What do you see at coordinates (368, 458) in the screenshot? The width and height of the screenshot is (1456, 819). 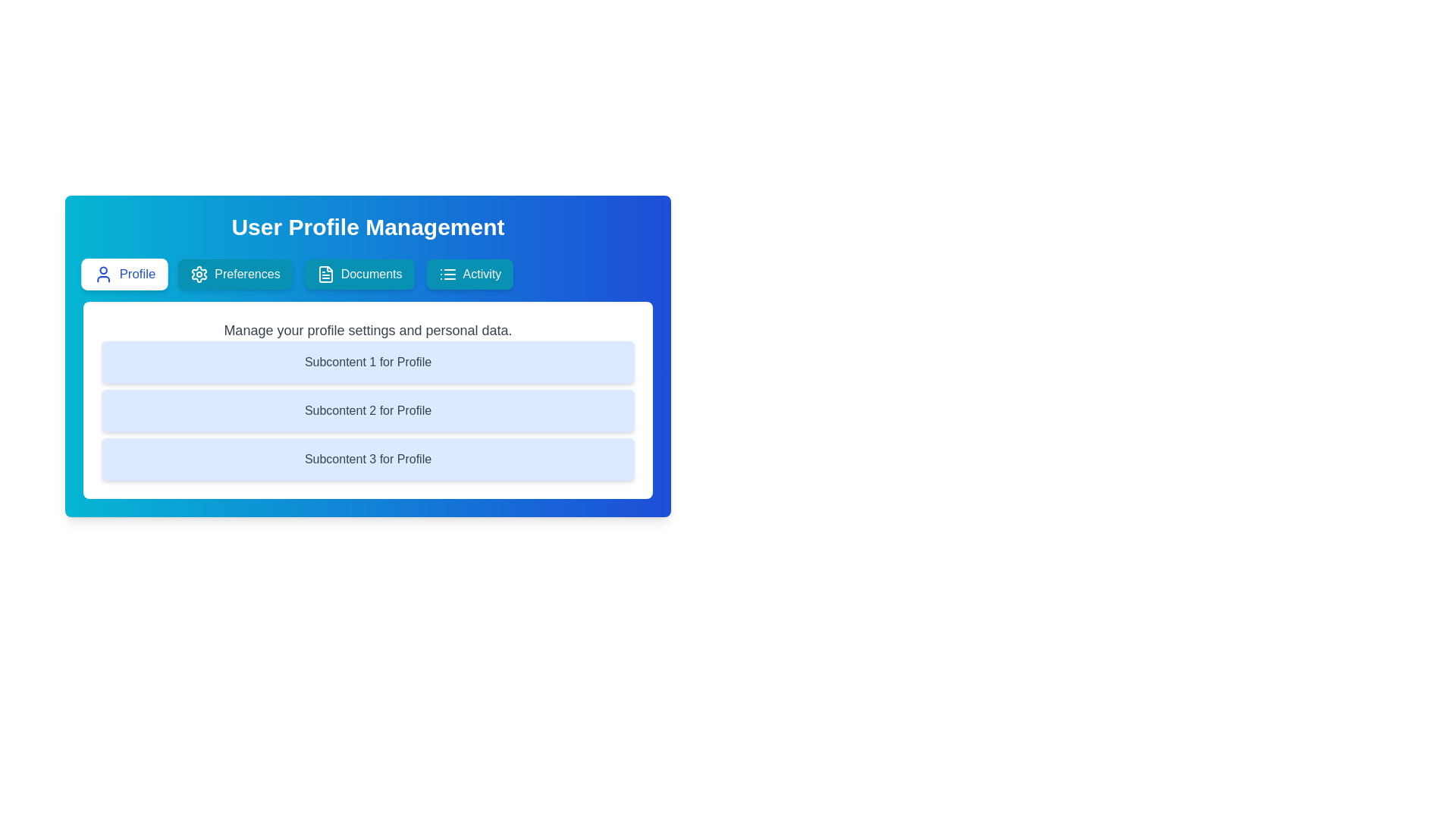 I see `the rectangular content block with a light blue background containing the text 'Subcontent 3 for Profile'` at bounding box center [368, 458].